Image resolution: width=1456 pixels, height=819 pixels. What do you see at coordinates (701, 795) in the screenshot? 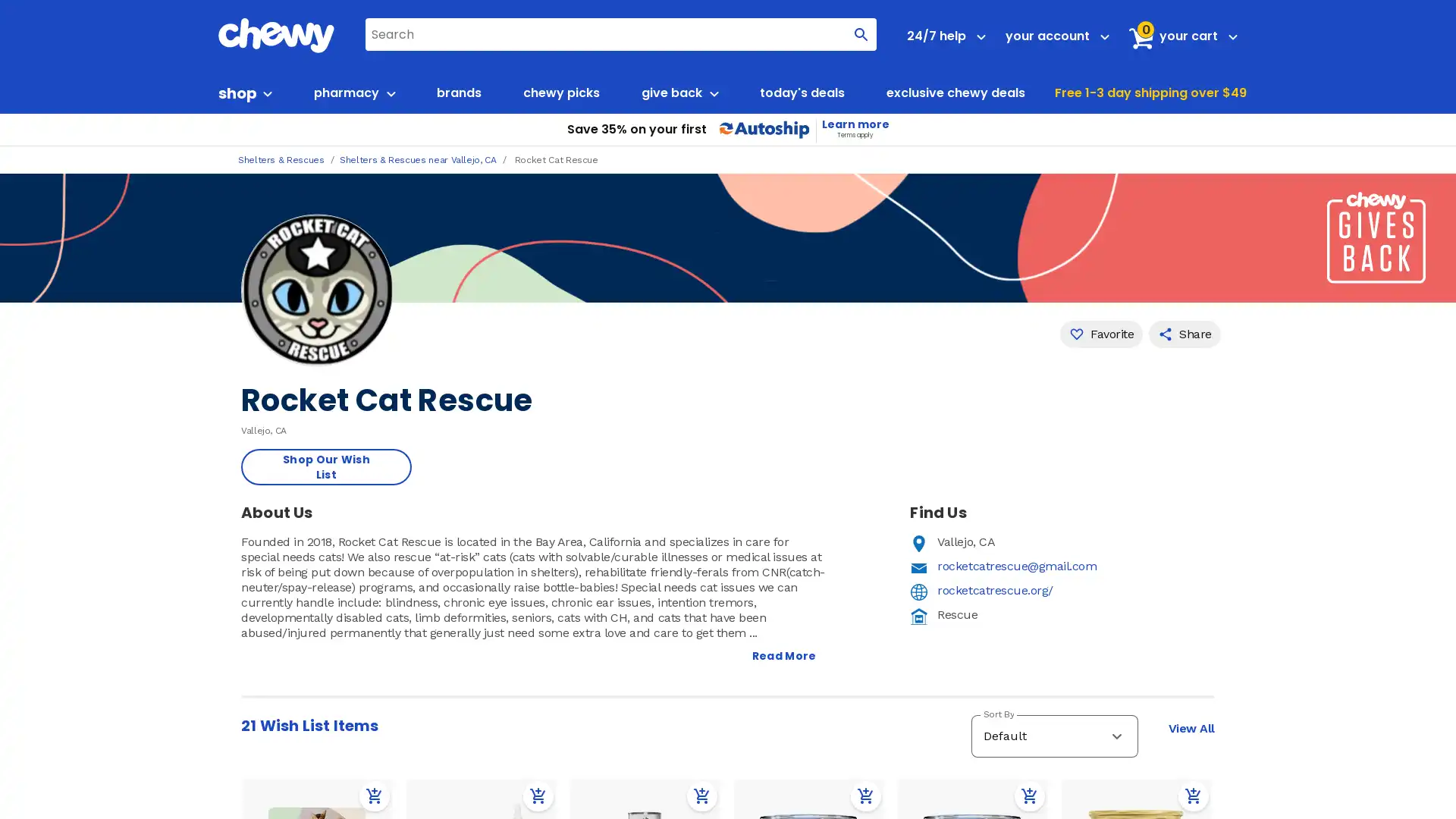
I see `Add 1 item to cart. Triumph Chicken 'N Liver Formula Canned Cat Food, 13.2-oz, case of 12` at bounding box center [701, 795].